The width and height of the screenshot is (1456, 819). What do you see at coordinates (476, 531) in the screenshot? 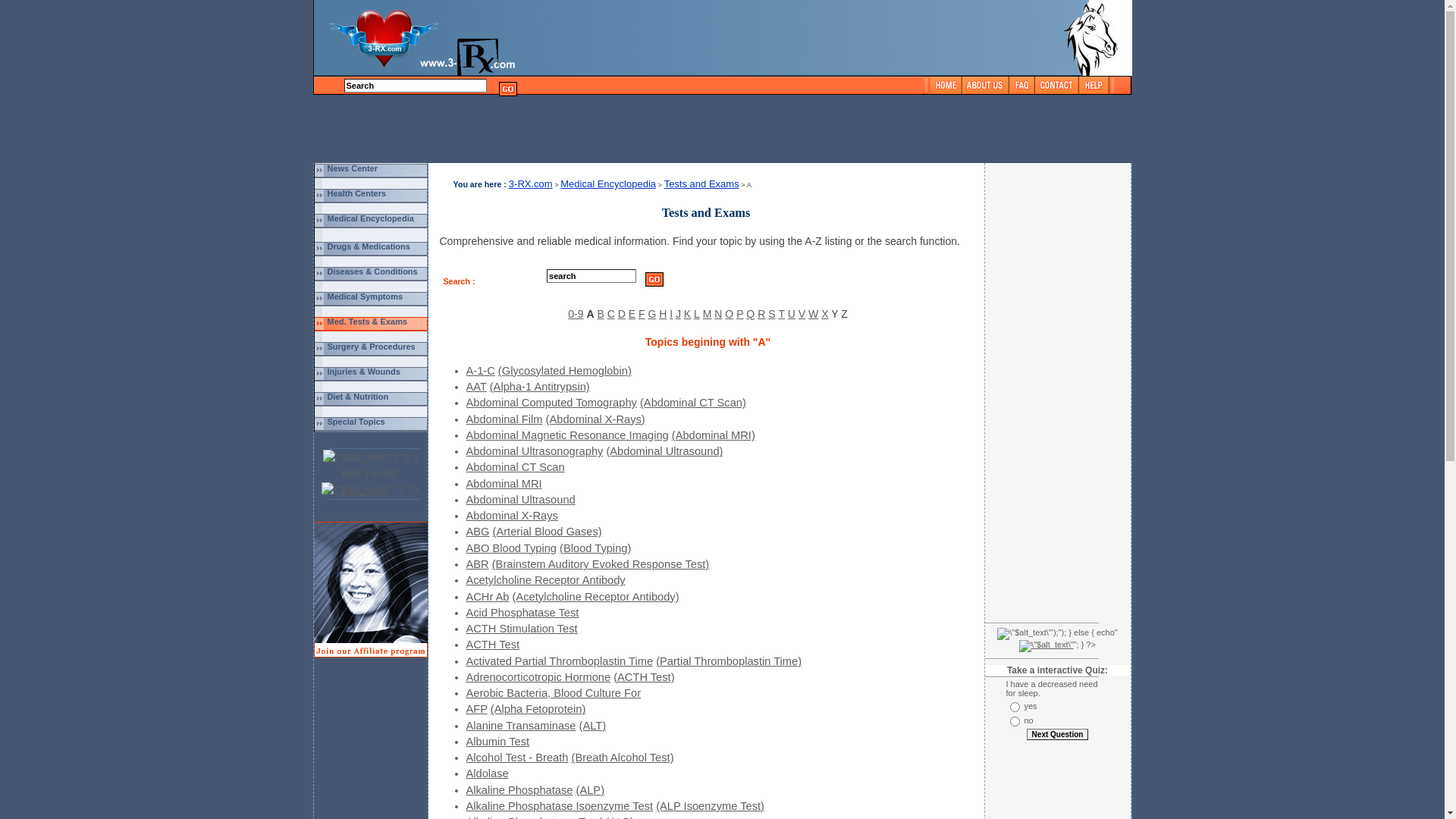
I see `'ABG'` at bounding box center [476, 531].